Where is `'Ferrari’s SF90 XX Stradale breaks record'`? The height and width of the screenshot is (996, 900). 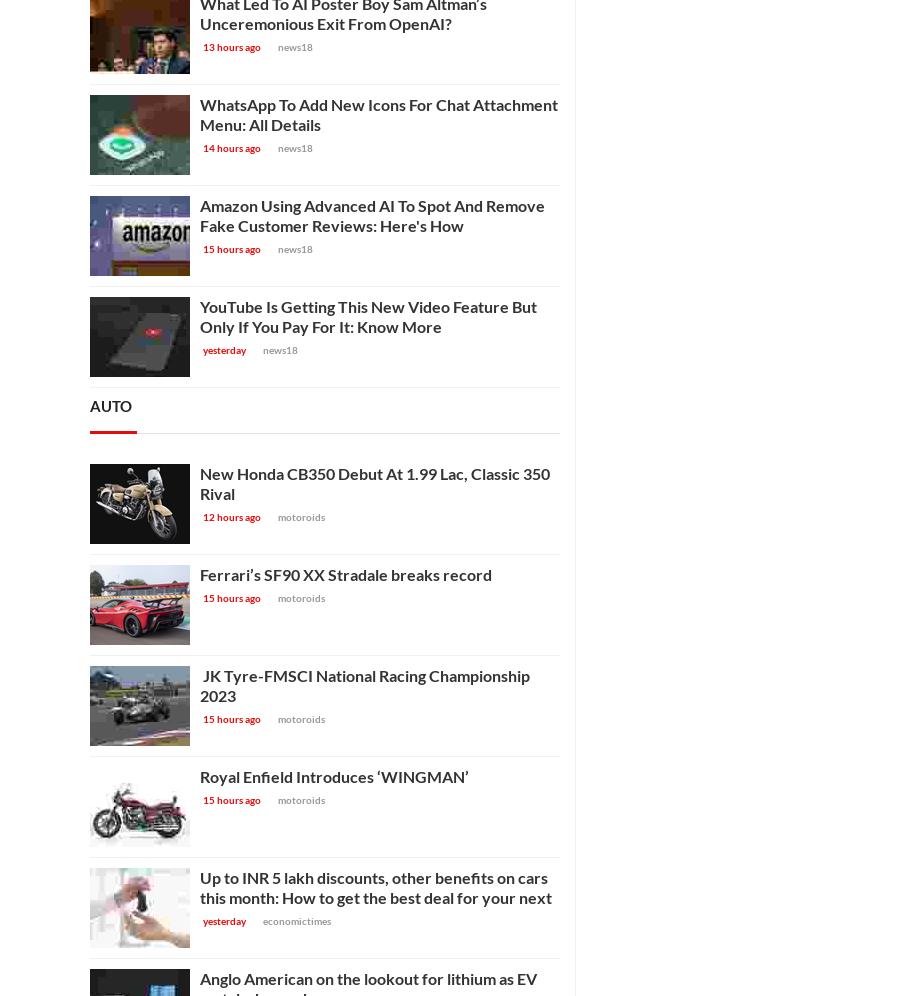 'Ferrari’s SF90 XX Stradale breaks record' is located at coordinates (345, 572).